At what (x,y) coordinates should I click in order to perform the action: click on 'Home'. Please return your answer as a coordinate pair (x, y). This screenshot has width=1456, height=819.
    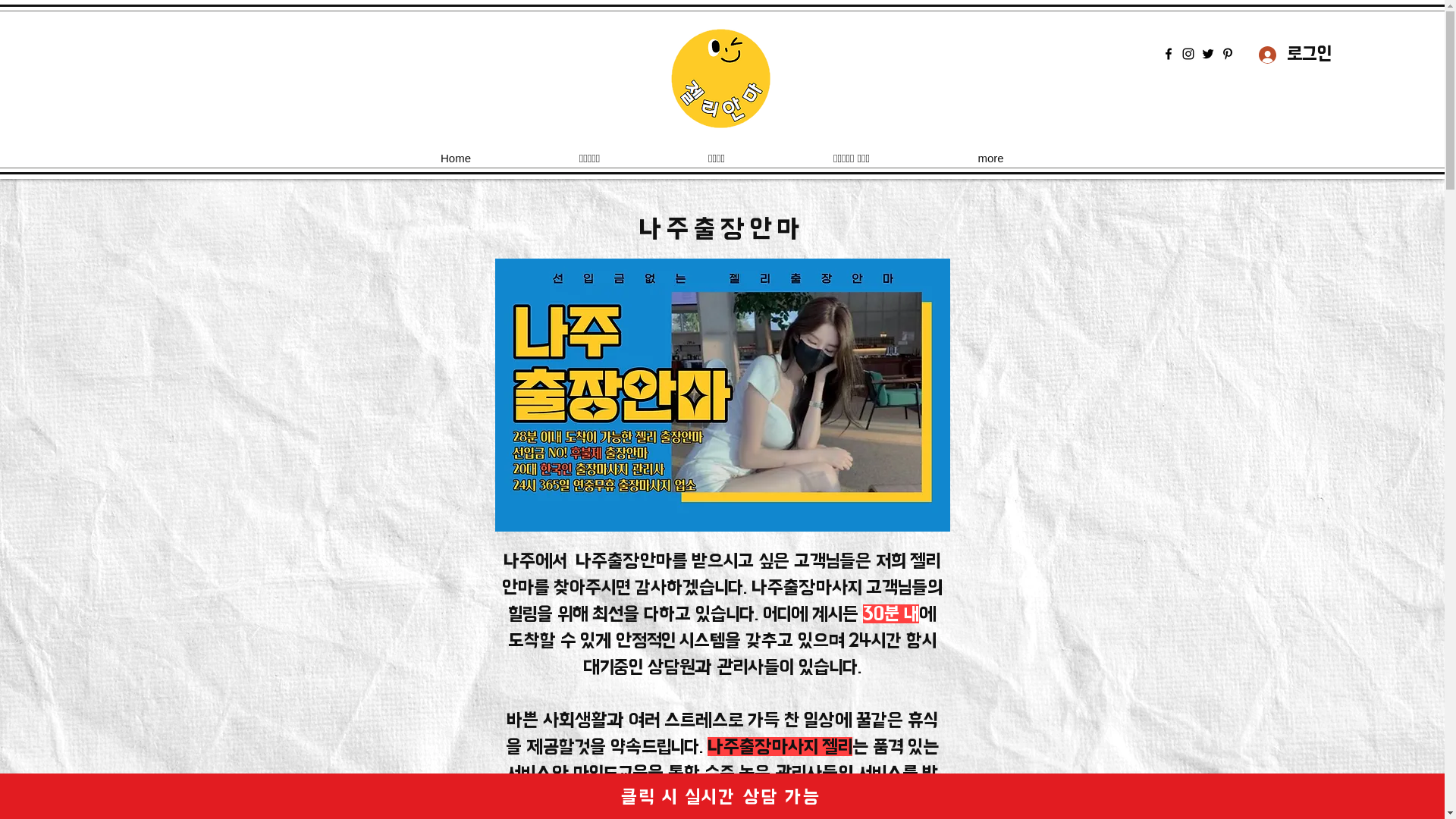
    Looking at the image, I should click on (455, 158).